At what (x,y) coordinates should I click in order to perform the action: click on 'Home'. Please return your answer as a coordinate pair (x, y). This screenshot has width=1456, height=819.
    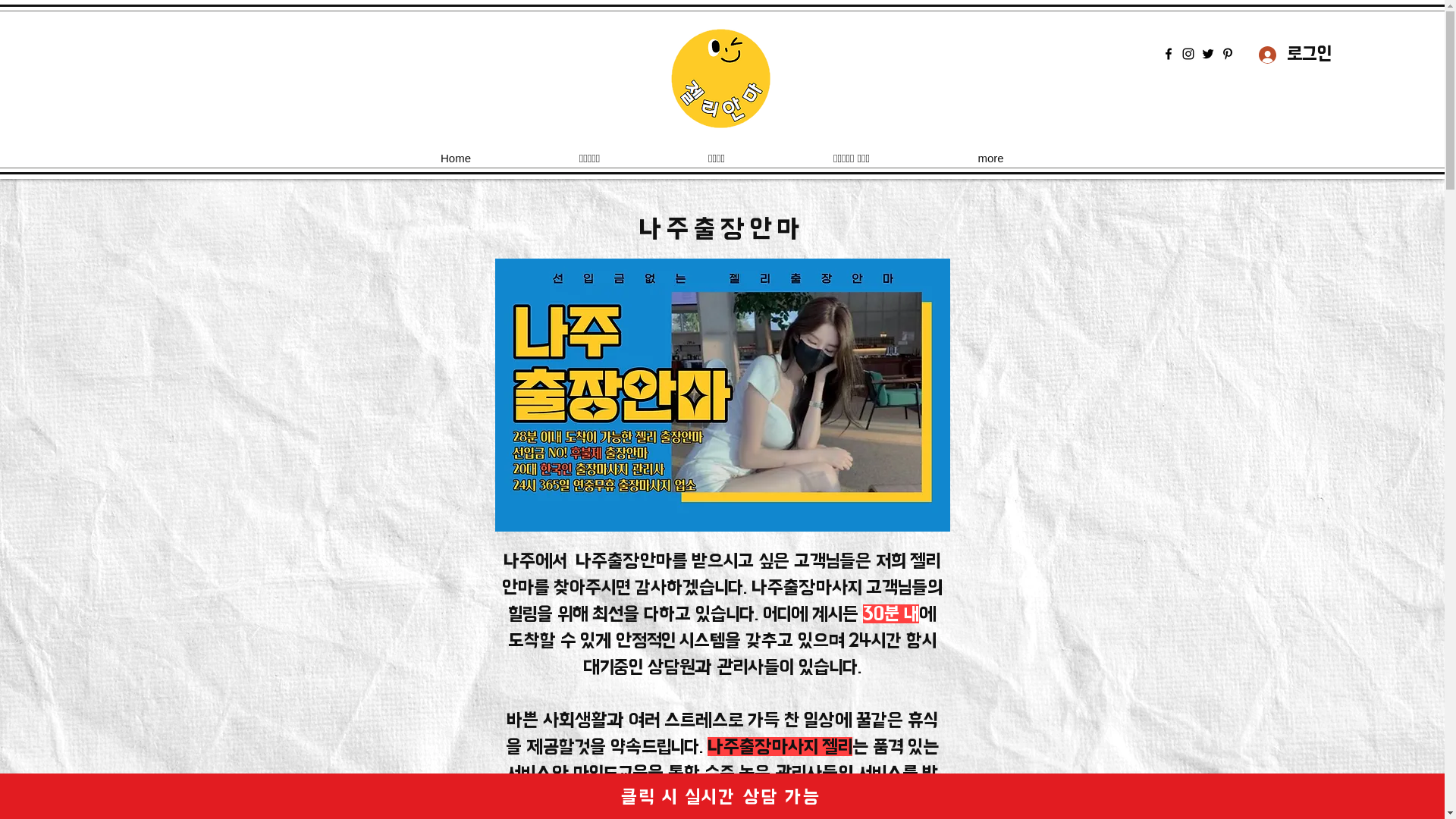
    Looking at the image, I should click on (455, 158).